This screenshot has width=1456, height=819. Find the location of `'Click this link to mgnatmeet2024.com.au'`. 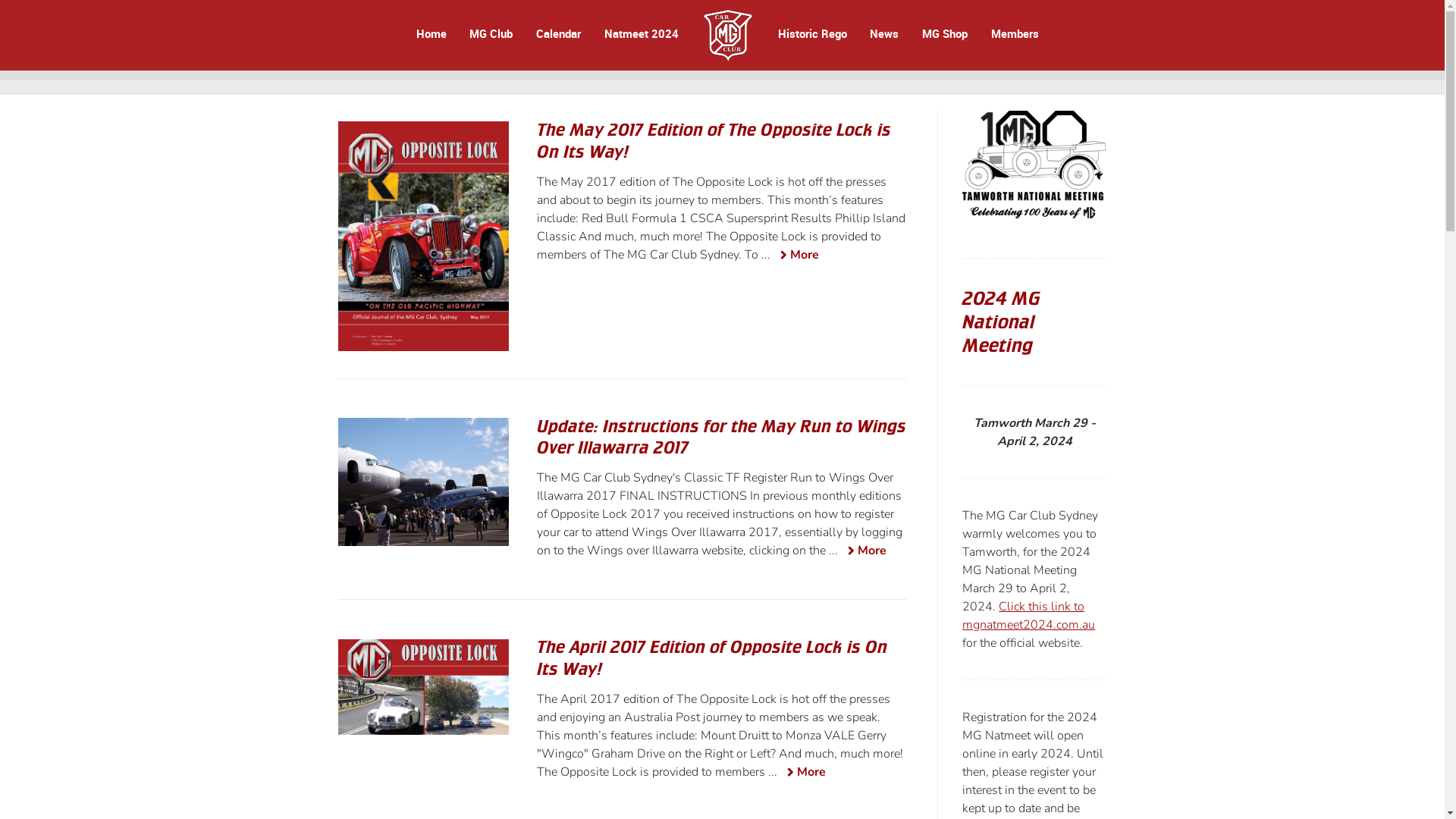

'Click this link to mgnatmeet2024.com.au' is located at coordinates (1028, 616).